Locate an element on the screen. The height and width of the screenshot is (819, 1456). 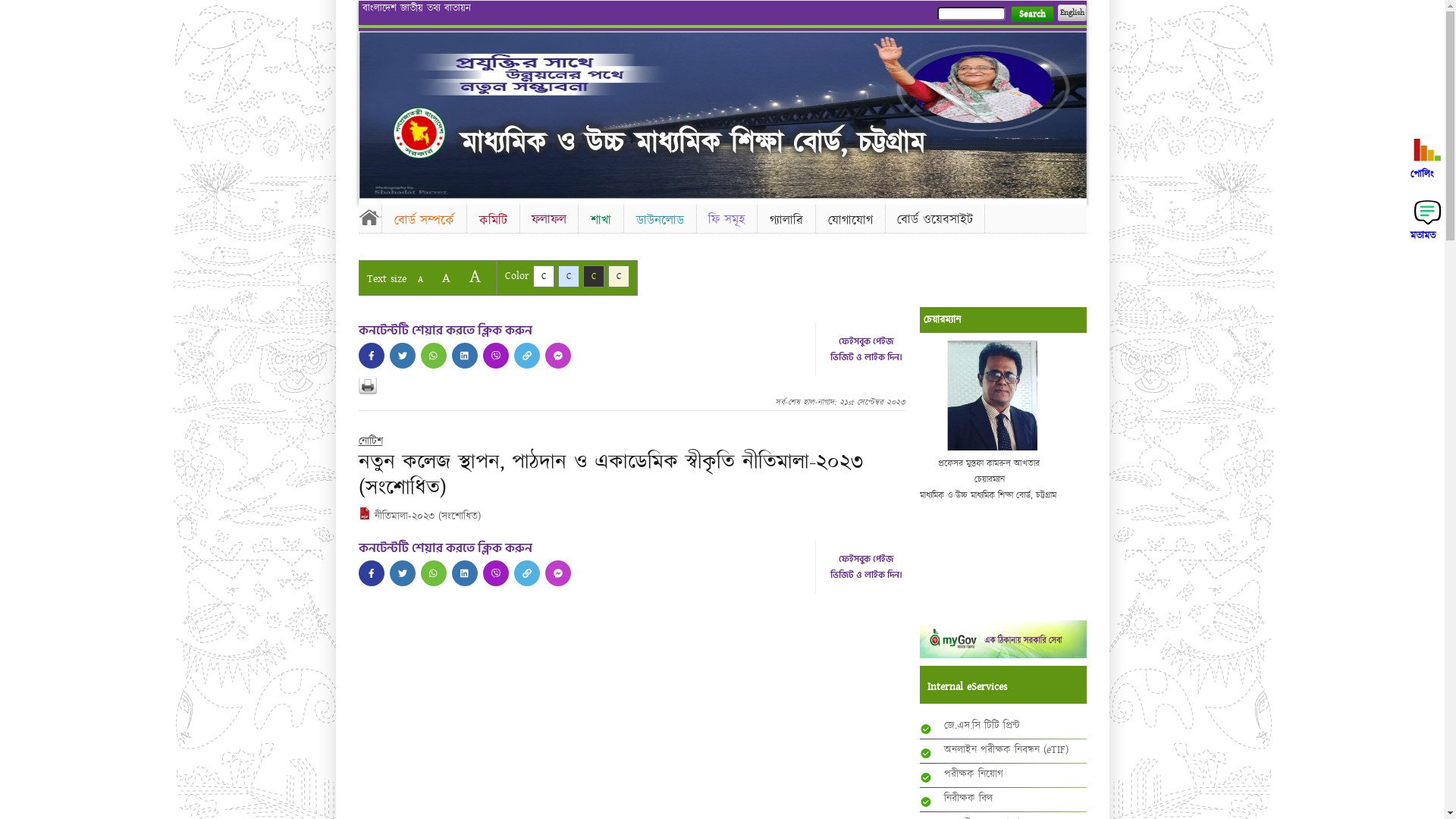
'C' is located at coordinates (532, 276).